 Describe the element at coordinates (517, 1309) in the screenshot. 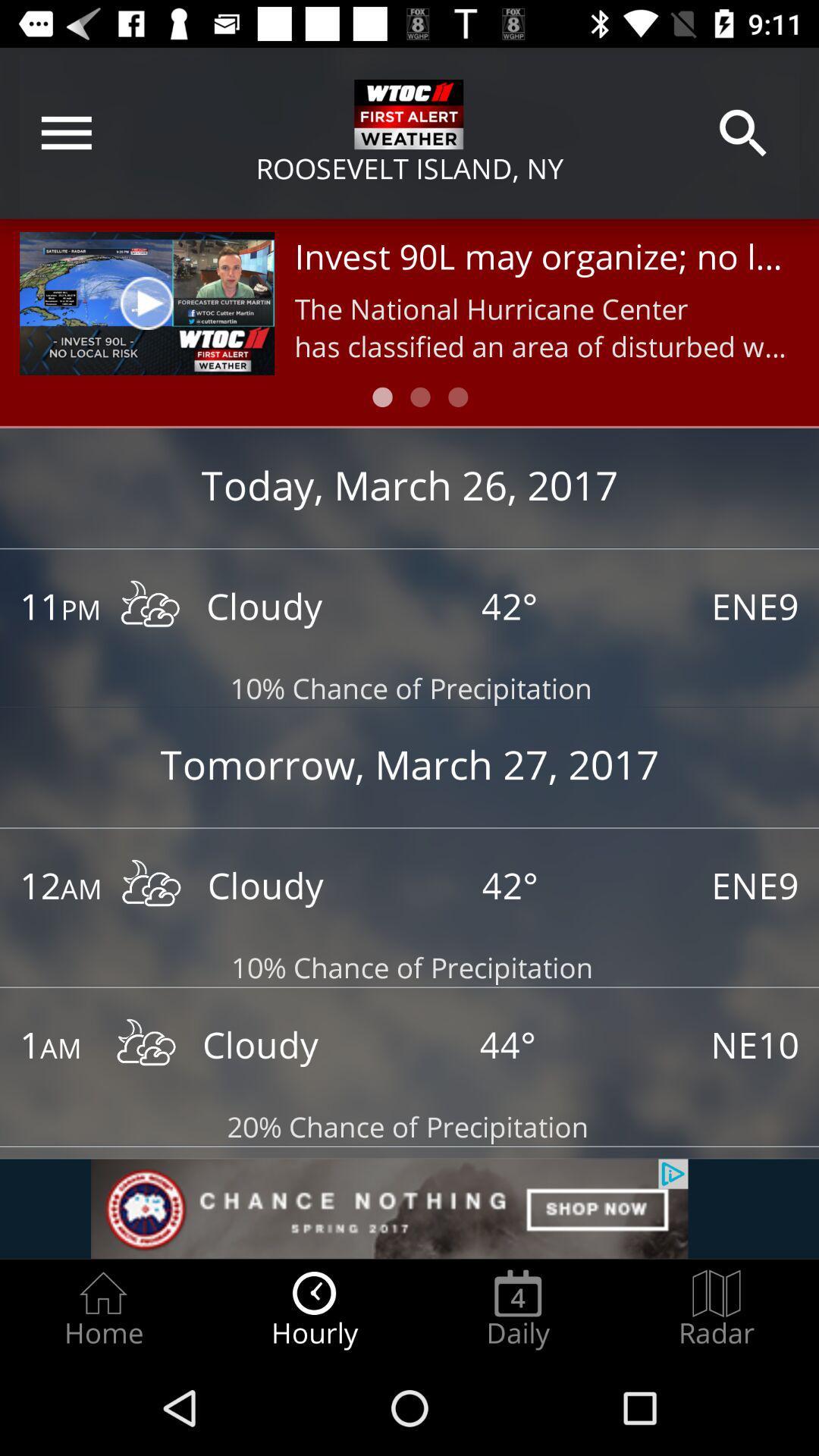

I see `the icon to the left of the radar item` at that location.